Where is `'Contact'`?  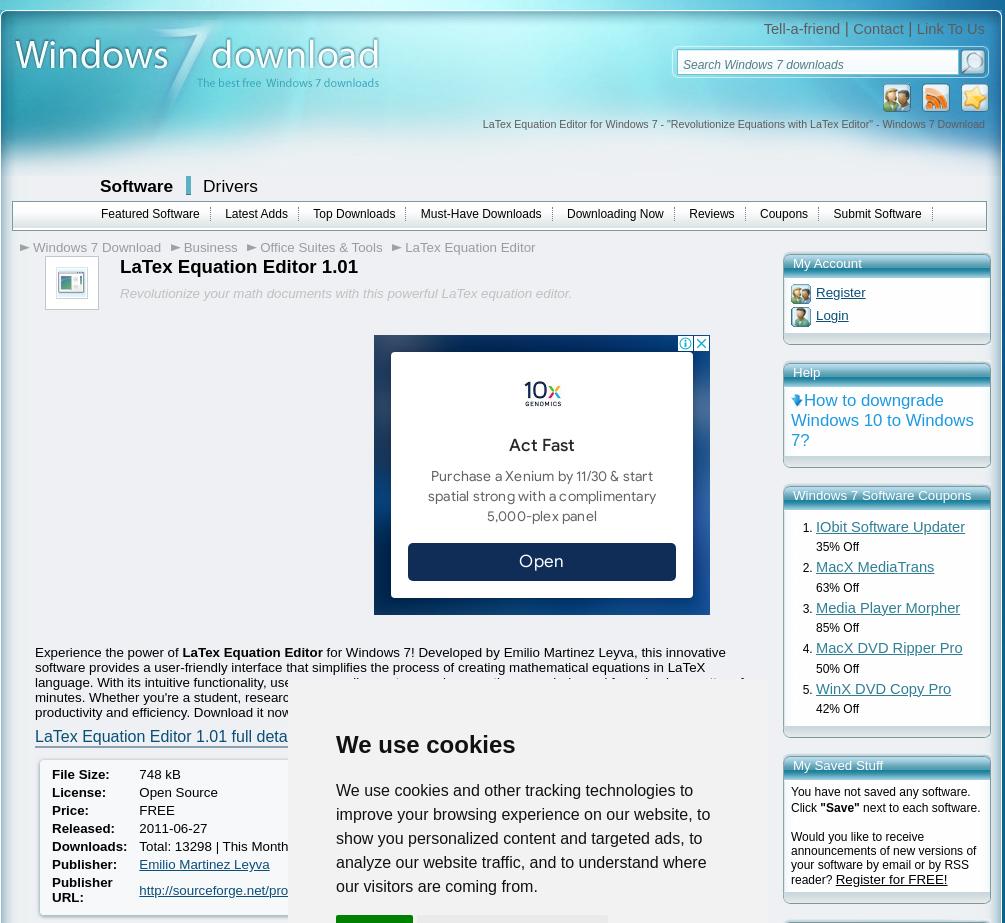 'Contact' is located at coordinates (876, 28).